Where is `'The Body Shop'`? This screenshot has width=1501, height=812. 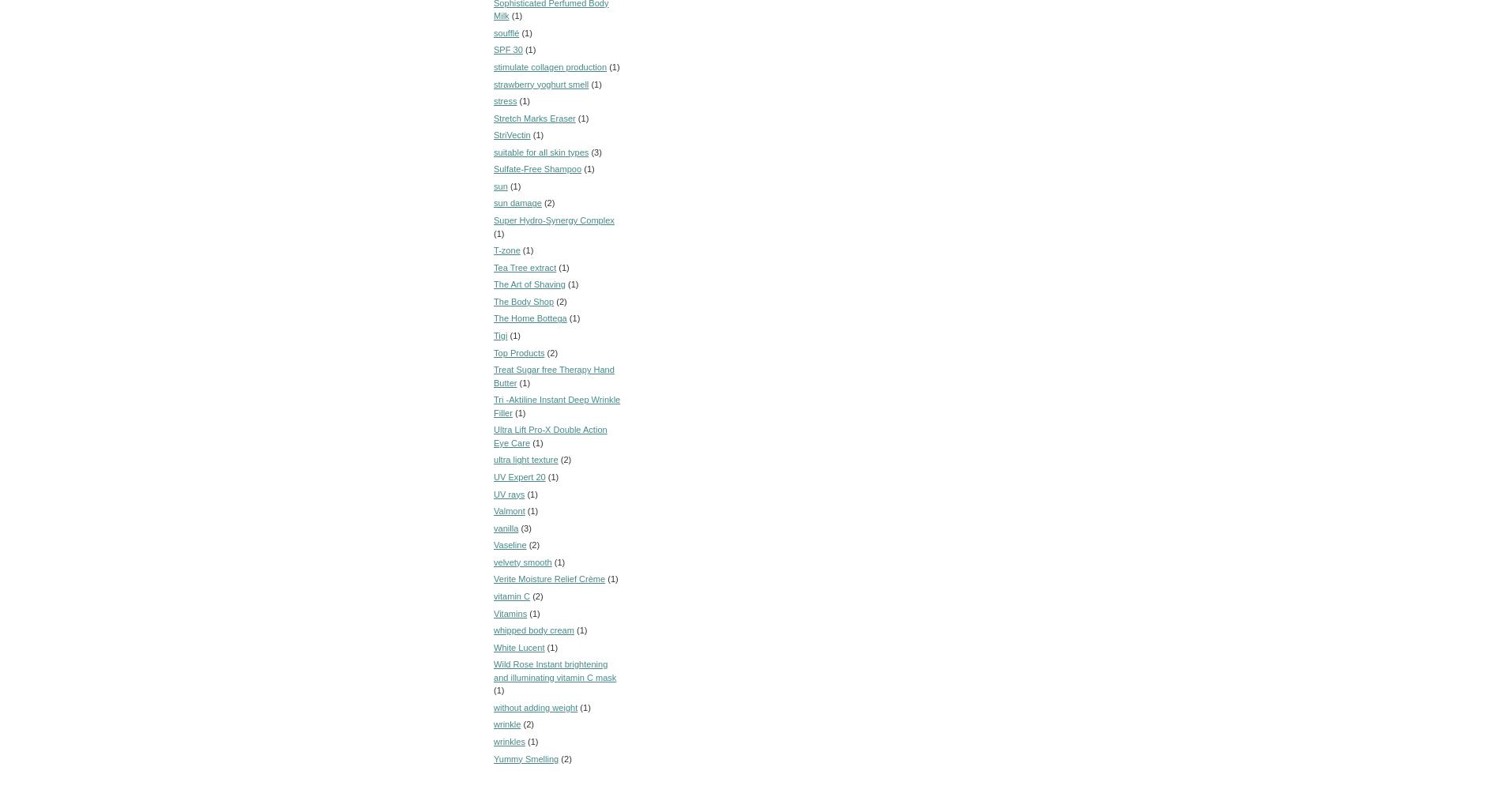 'The Body Shop' is located at coordinates (523, 299).